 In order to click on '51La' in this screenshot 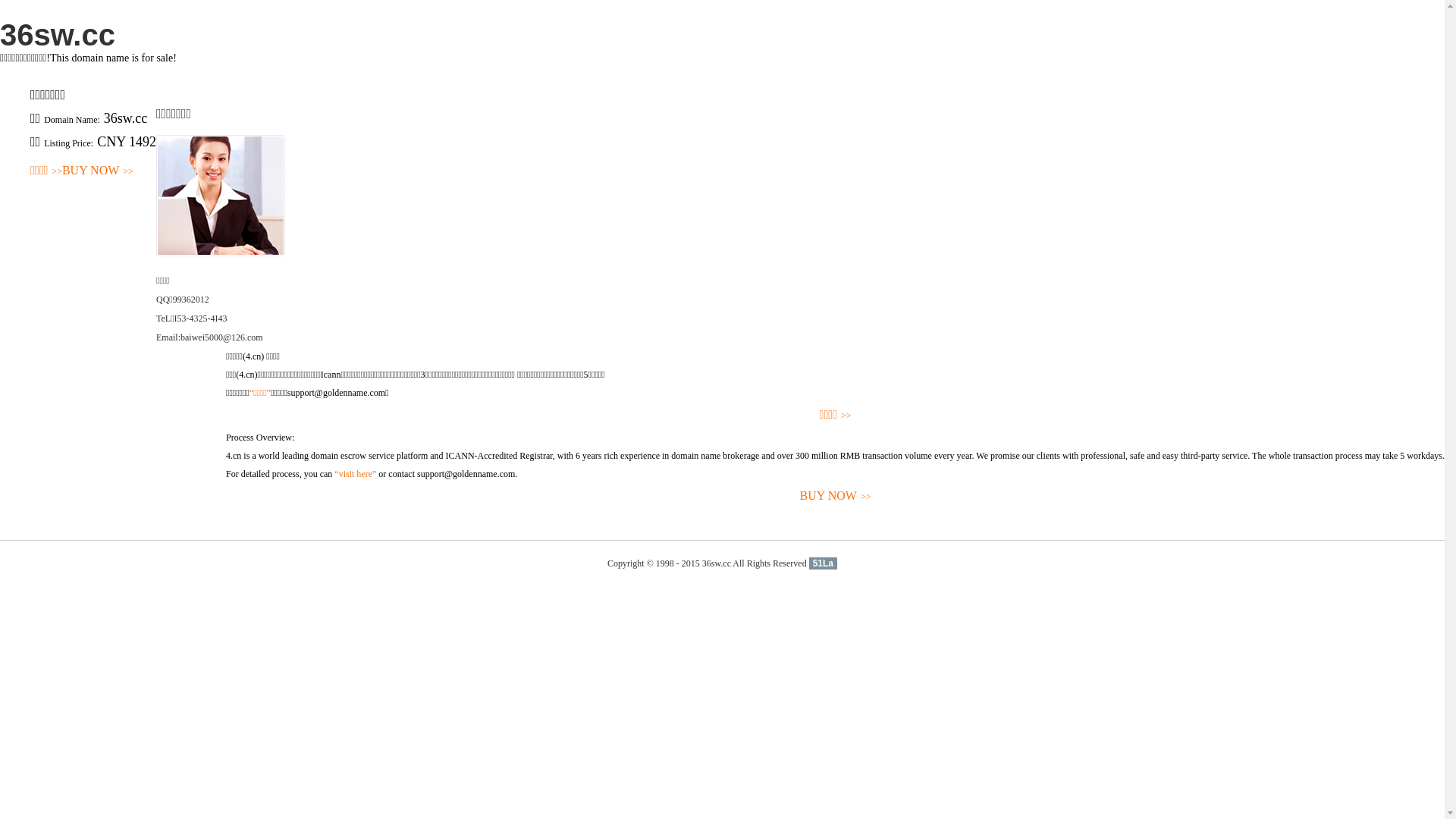, I will do `click(822, 563)`.